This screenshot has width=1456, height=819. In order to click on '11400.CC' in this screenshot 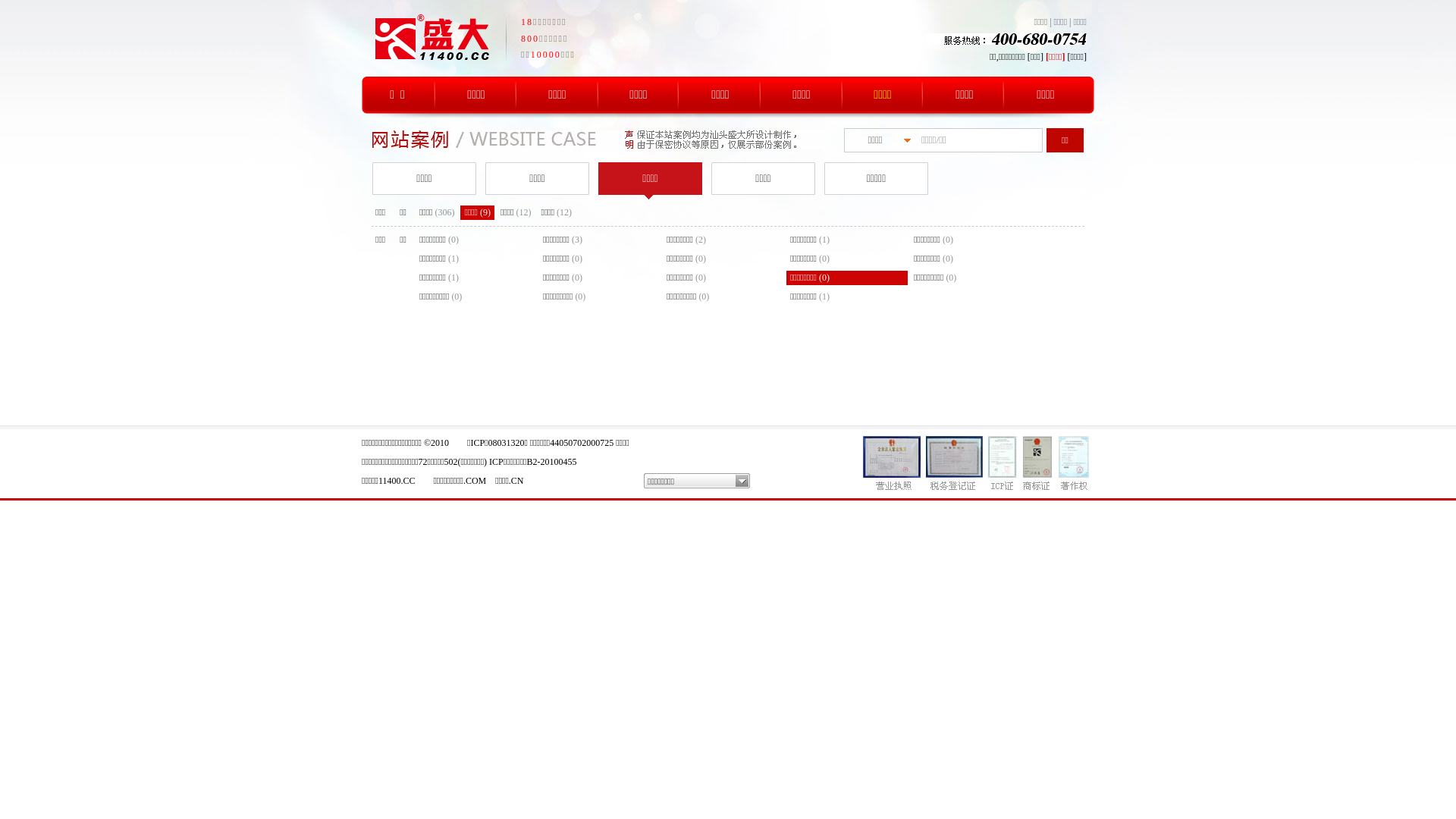, I will do `click(397, 480)`.